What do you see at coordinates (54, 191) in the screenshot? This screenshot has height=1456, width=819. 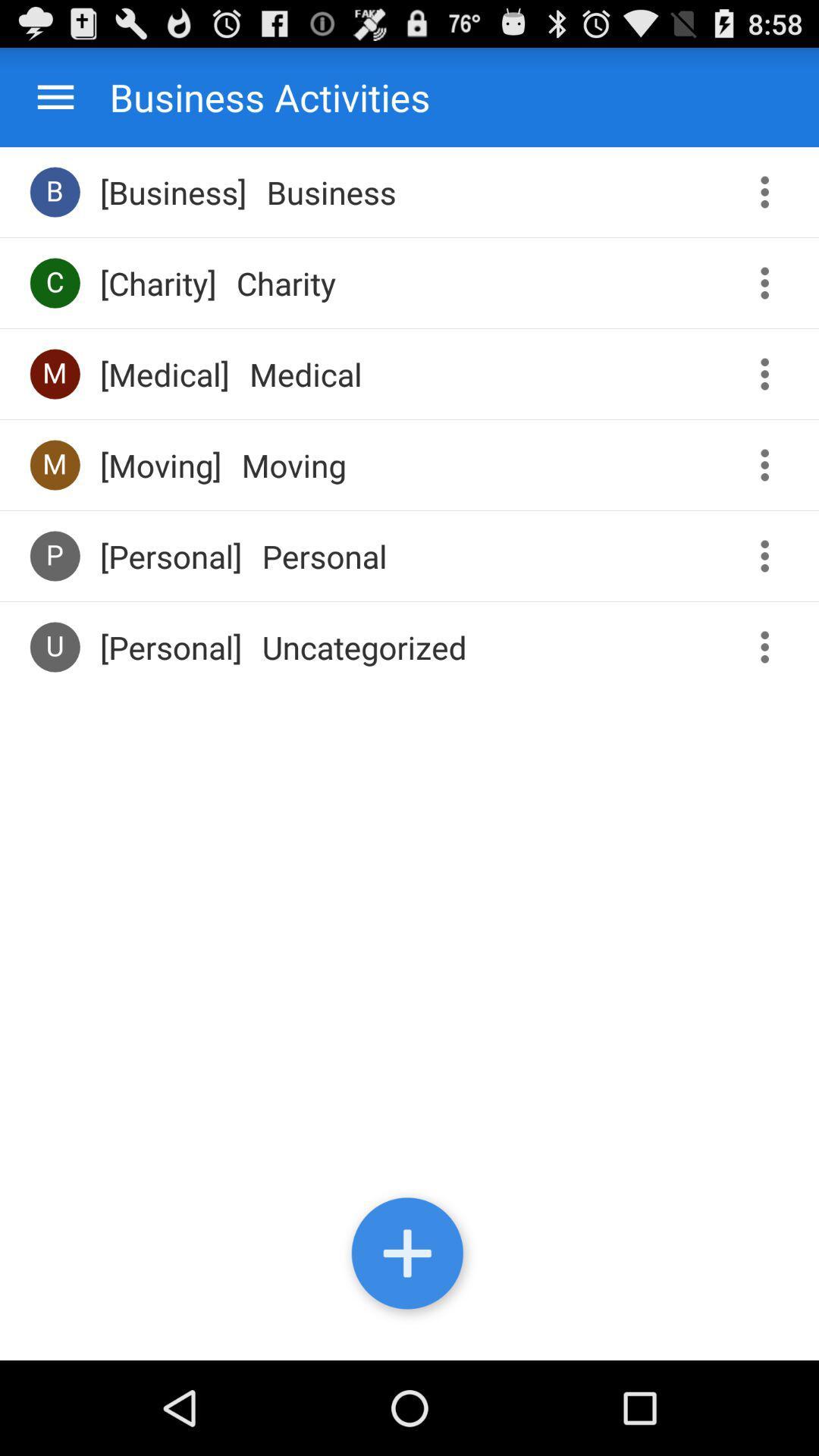 I see `icon to the left of [business] app` at bounding box center [54, 191].